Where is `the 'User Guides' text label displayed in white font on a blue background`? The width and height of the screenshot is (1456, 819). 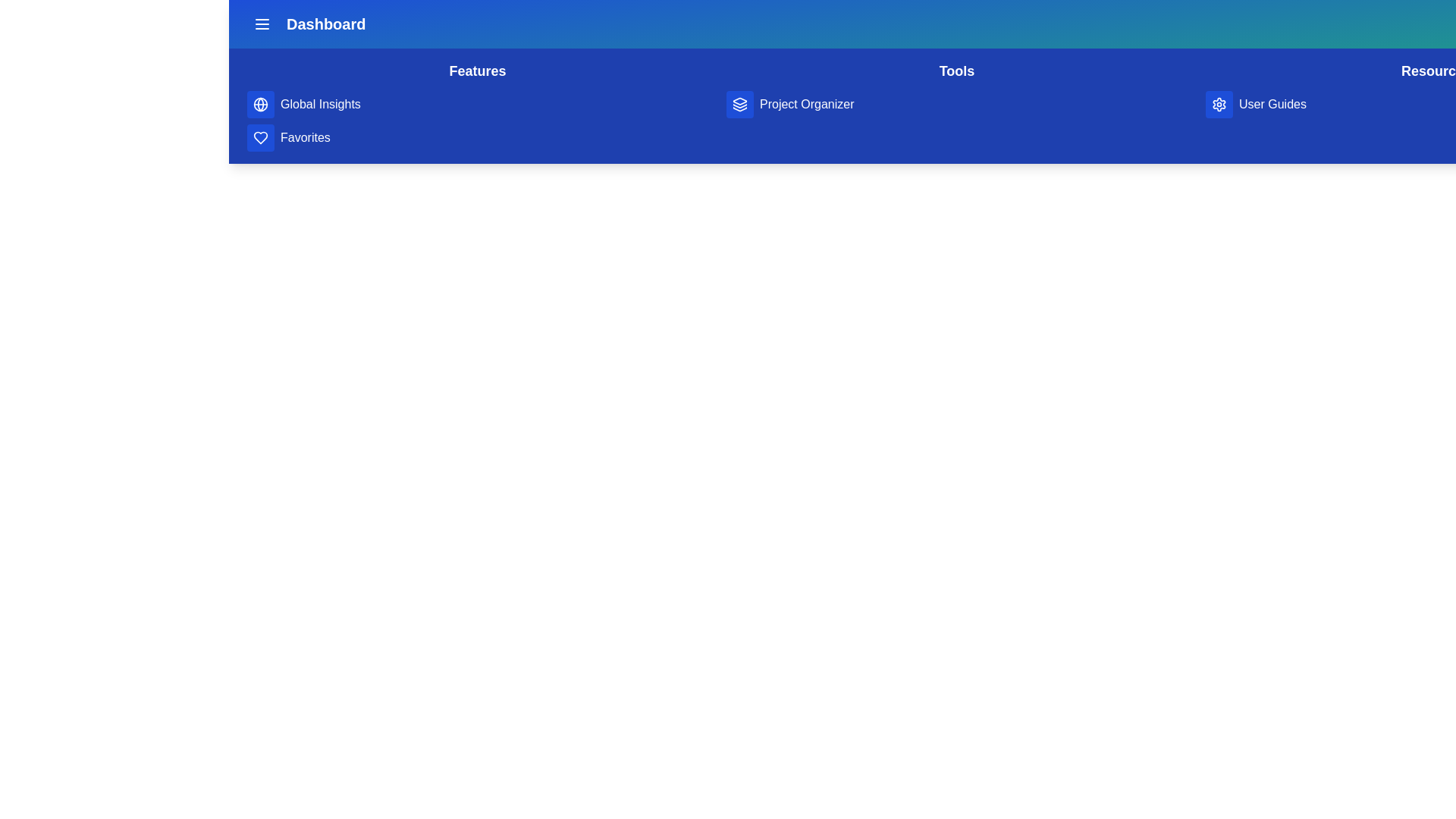 the 'User Guides' text label displayed in white font on a blue background is located at coordinates (1272, 104).